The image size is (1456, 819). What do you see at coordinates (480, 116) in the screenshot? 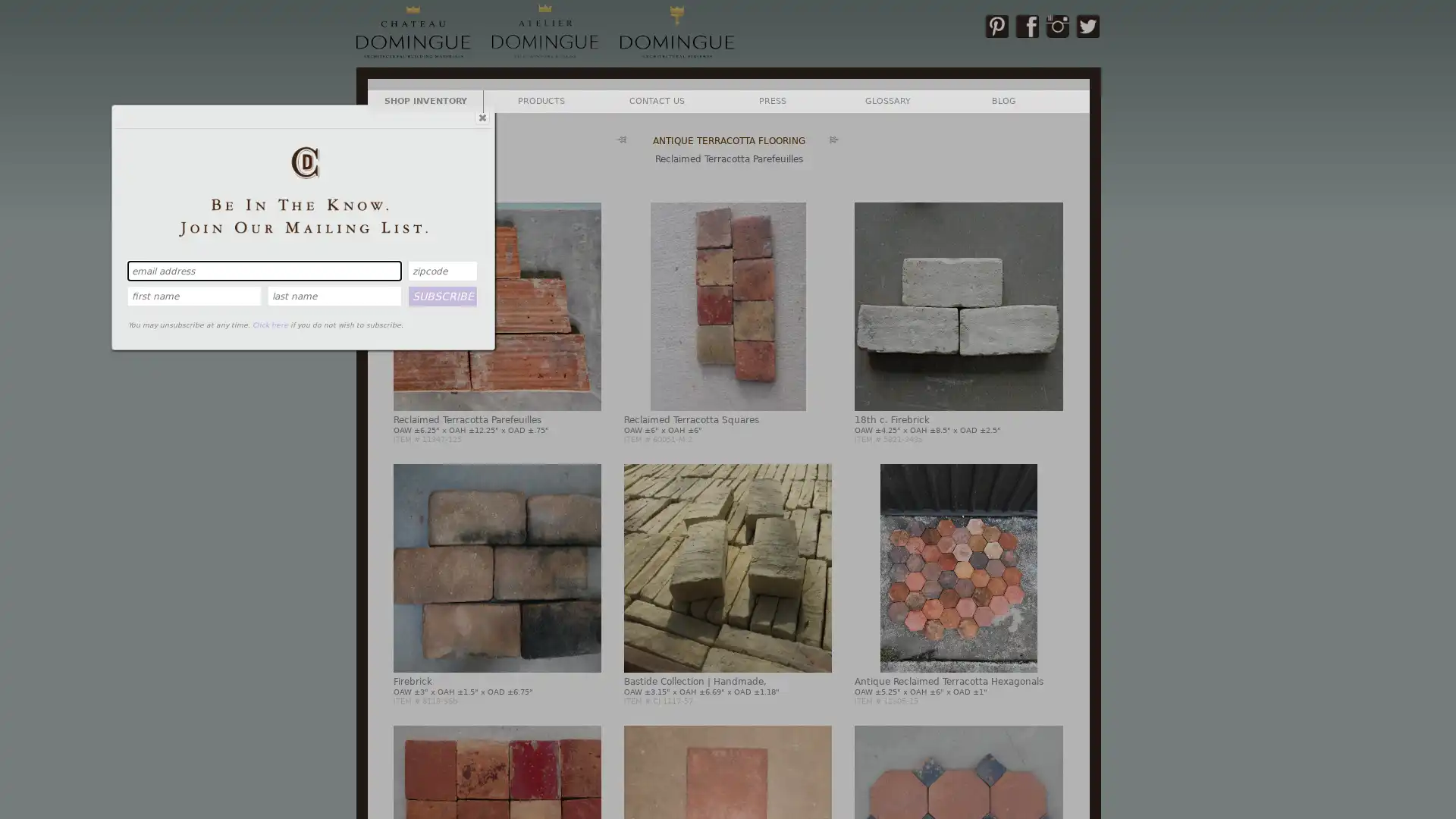
I see `Close` at bounding box center [480, 116].